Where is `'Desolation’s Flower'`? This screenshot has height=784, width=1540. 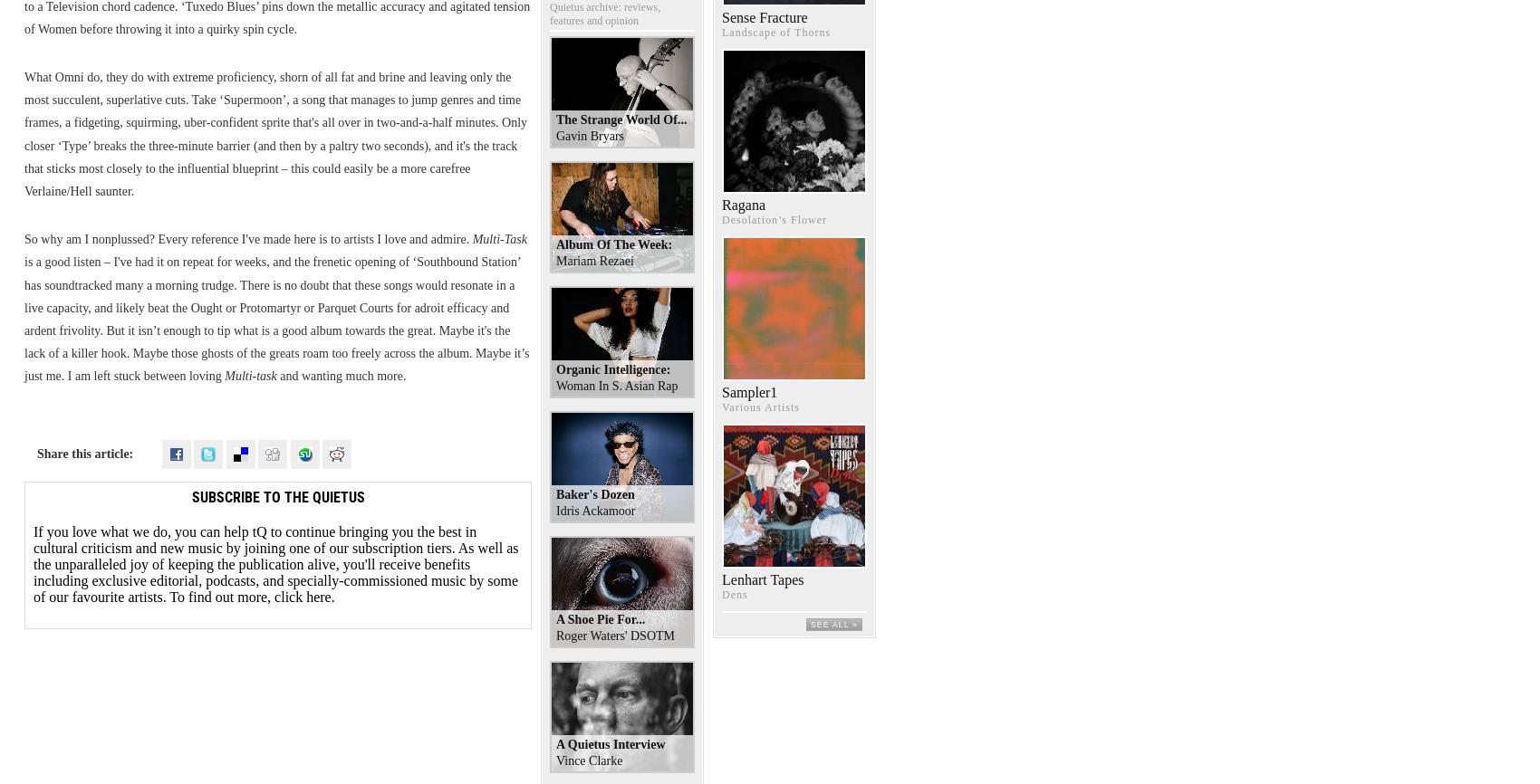
'Desolation’s Flower' is located at coordinates (774, 218).